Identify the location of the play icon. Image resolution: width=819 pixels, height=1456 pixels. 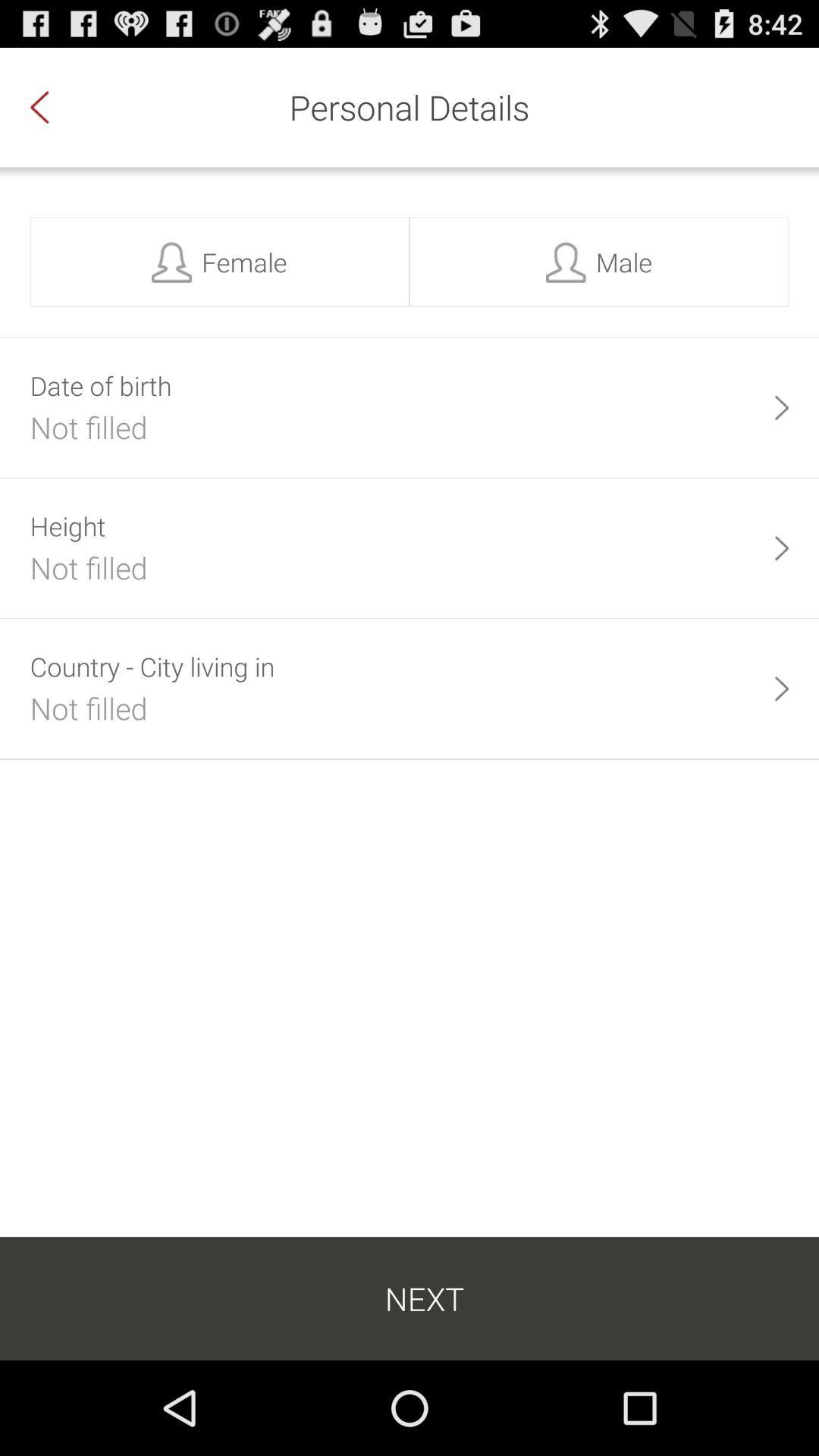
(781, 585).